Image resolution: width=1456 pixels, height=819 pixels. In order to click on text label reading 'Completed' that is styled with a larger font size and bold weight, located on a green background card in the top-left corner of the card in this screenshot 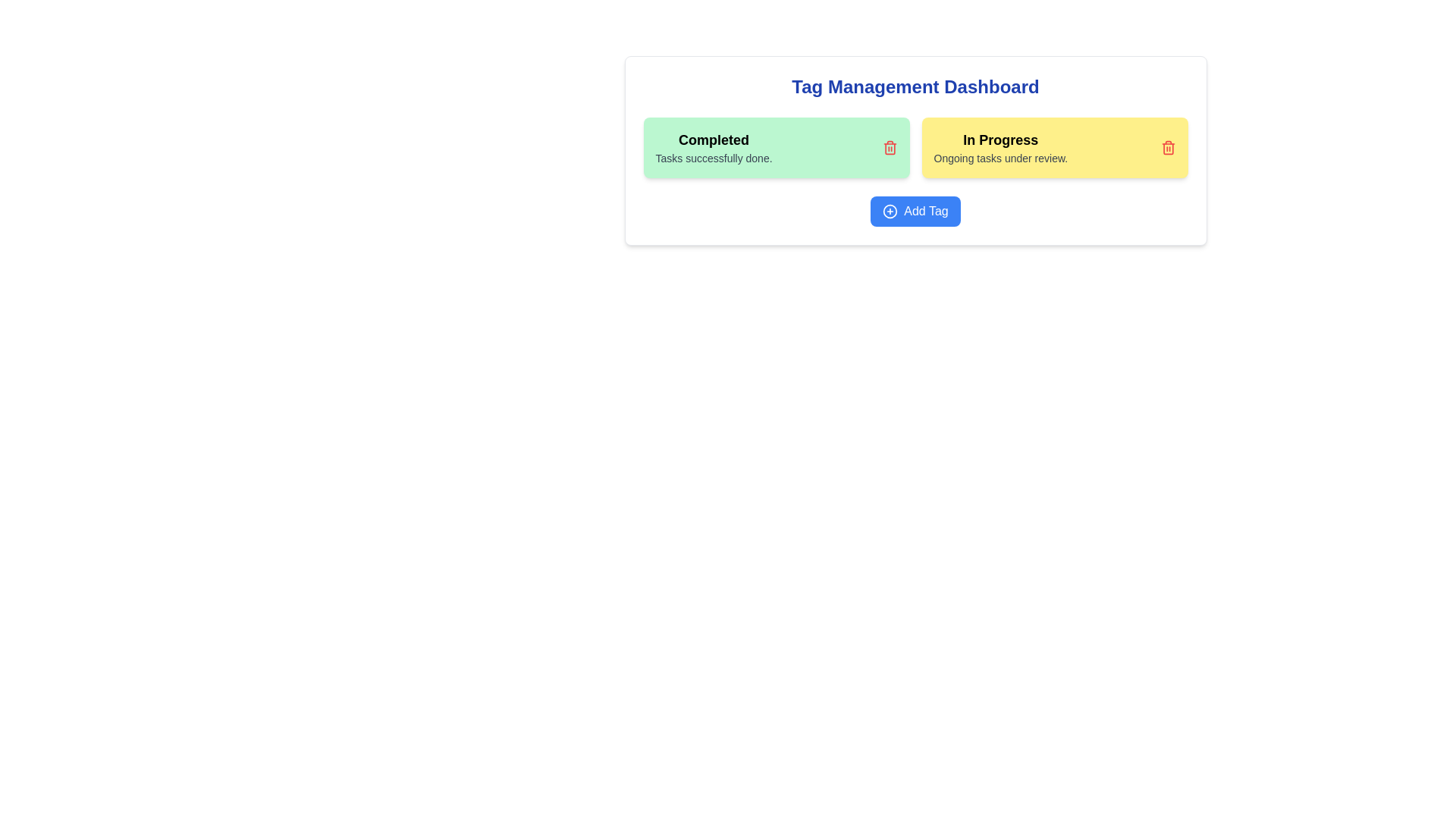, I will do `click(713, 140)`.